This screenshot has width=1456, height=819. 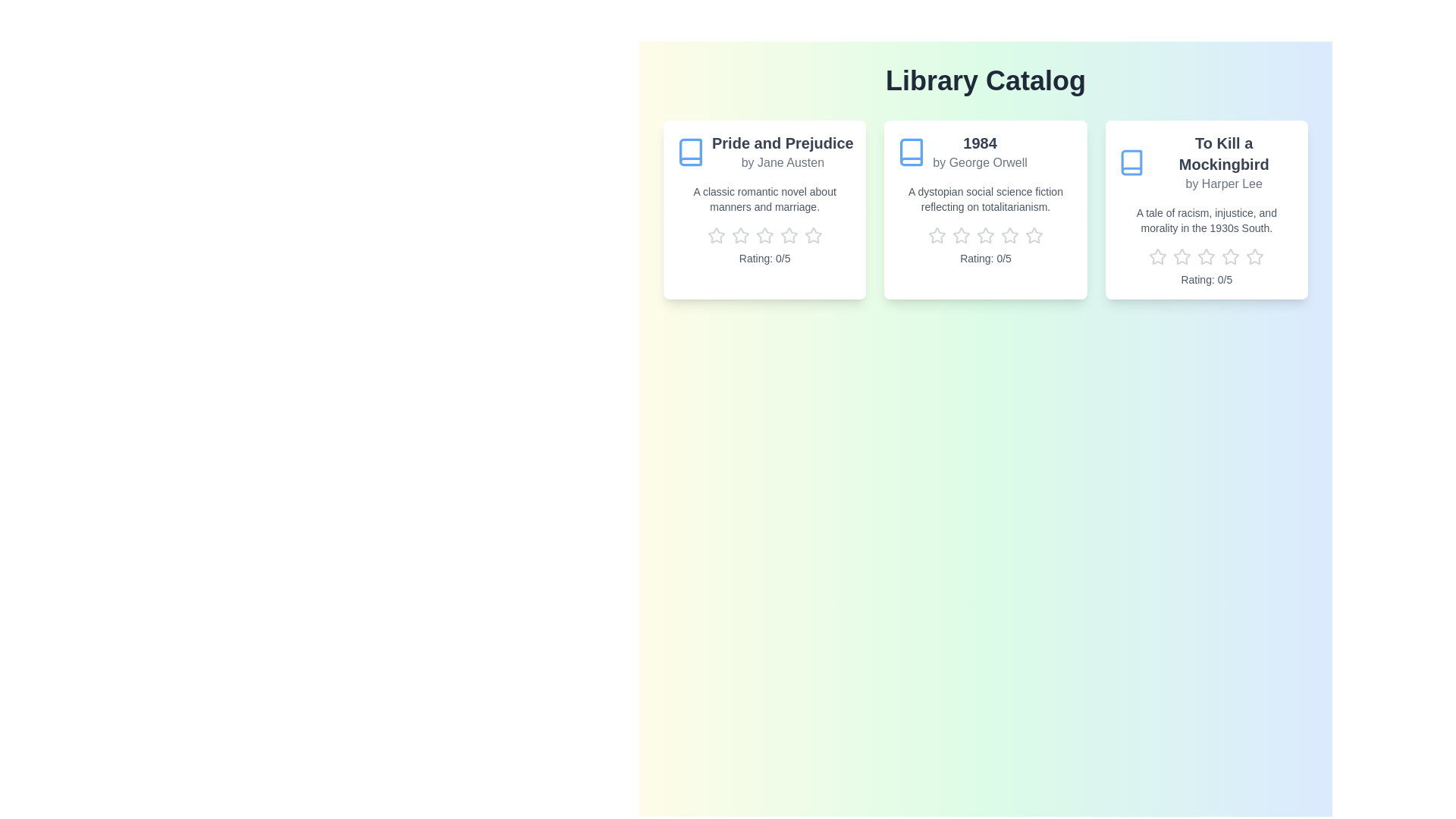 What do you see at coordinates (1157, 256) in the screenshot?
I see `the rating of the book 'To Kill a Mockingbird' to 1 stars by clicking the corresponding star` at bounding box center [1157, 256].